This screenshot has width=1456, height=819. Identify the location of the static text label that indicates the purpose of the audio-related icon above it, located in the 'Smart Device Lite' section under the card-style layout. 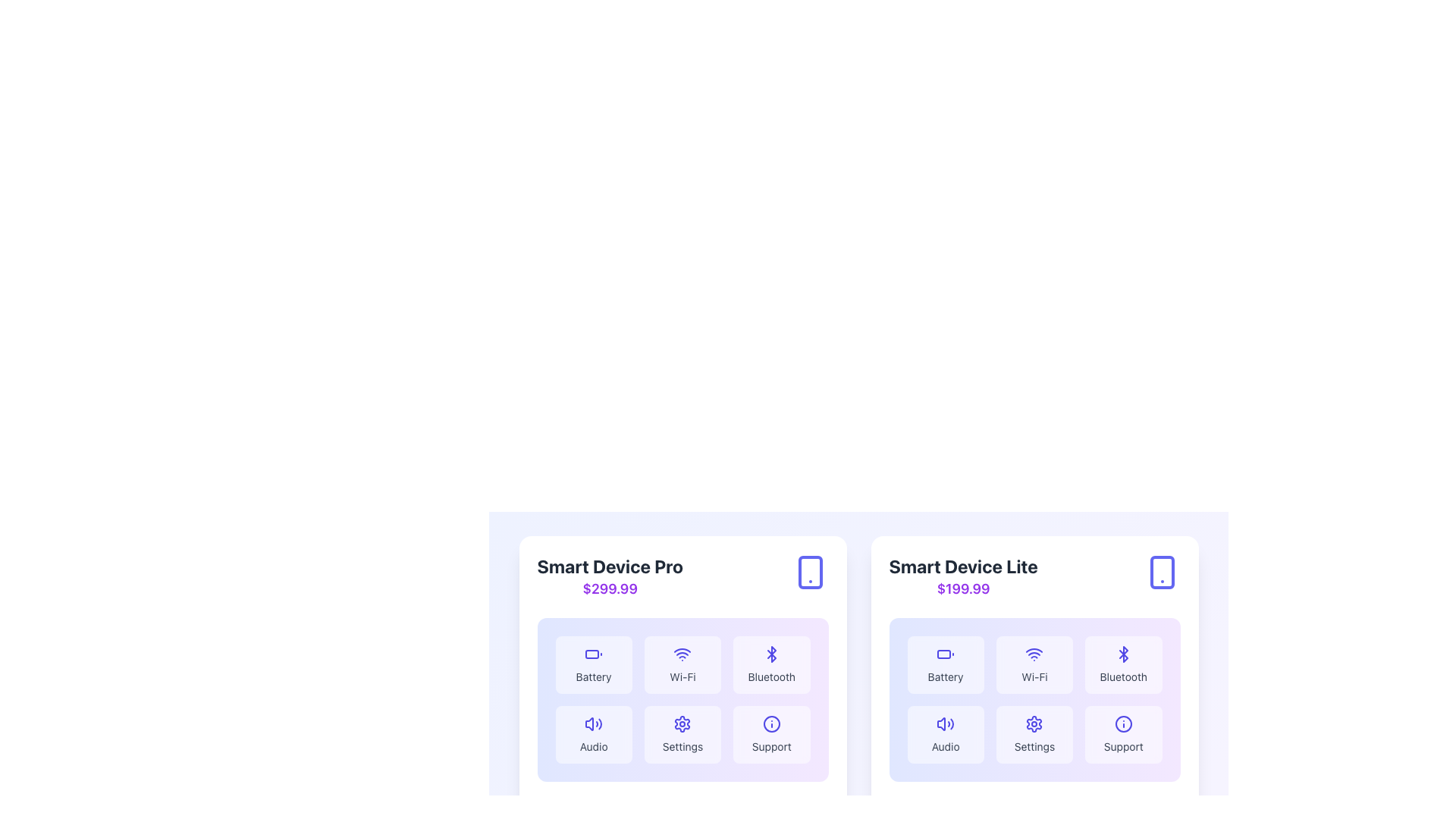
(593, 745).